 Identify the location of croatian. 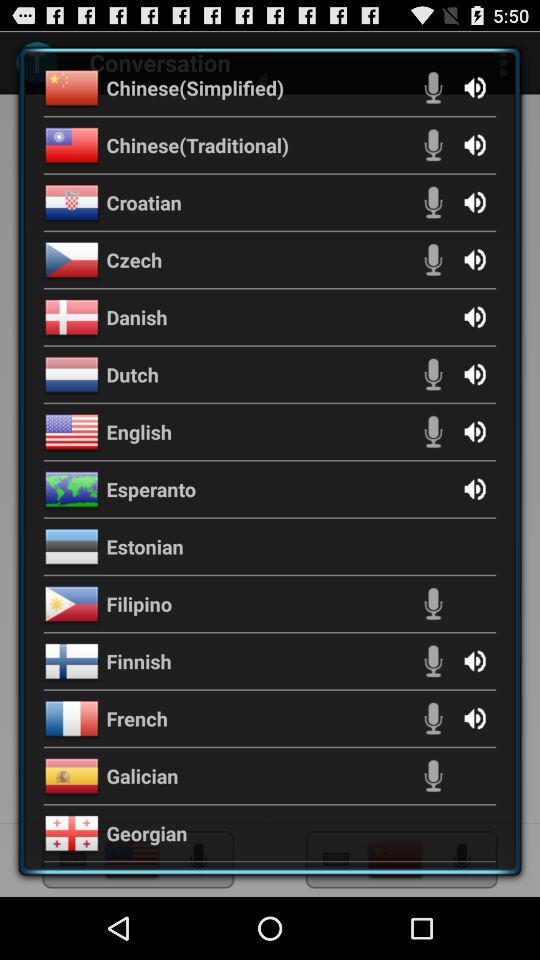
(143, 202).